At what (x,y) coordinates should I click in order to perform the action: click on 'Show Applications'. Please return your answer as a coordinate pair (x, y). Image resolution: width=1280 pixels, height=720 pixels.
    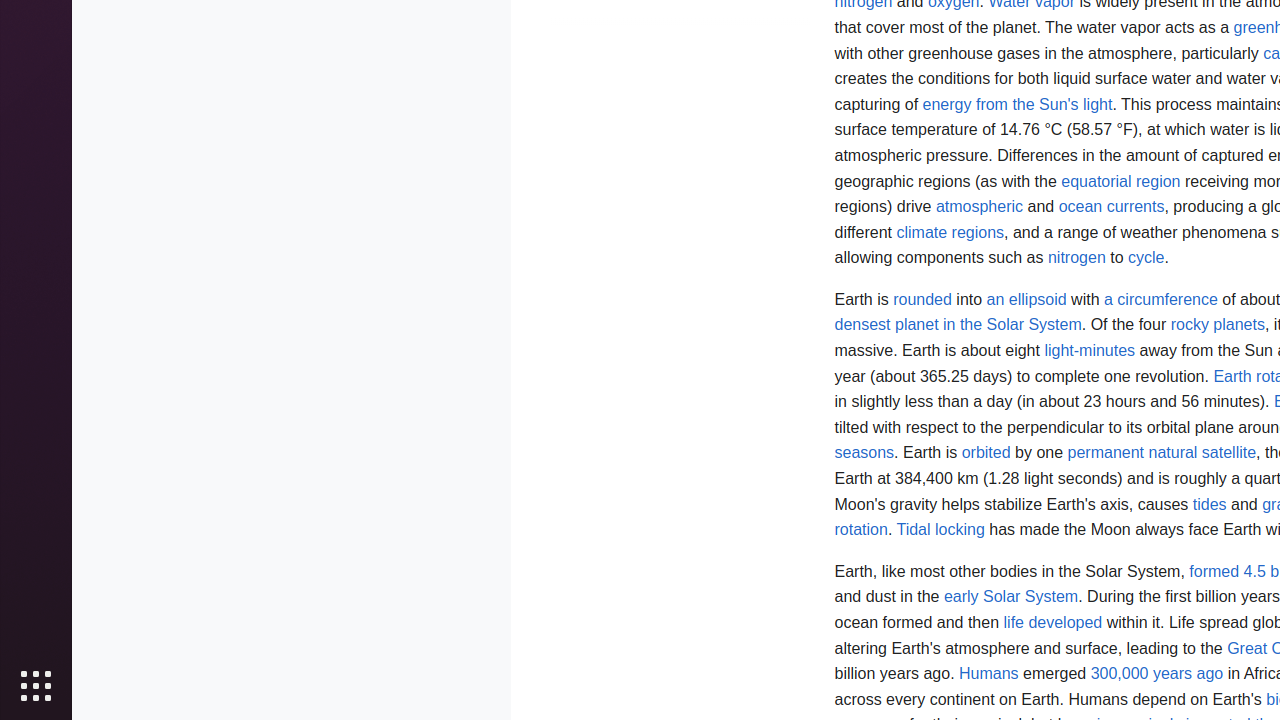
    Looking at the image, I should click on (35, 685).